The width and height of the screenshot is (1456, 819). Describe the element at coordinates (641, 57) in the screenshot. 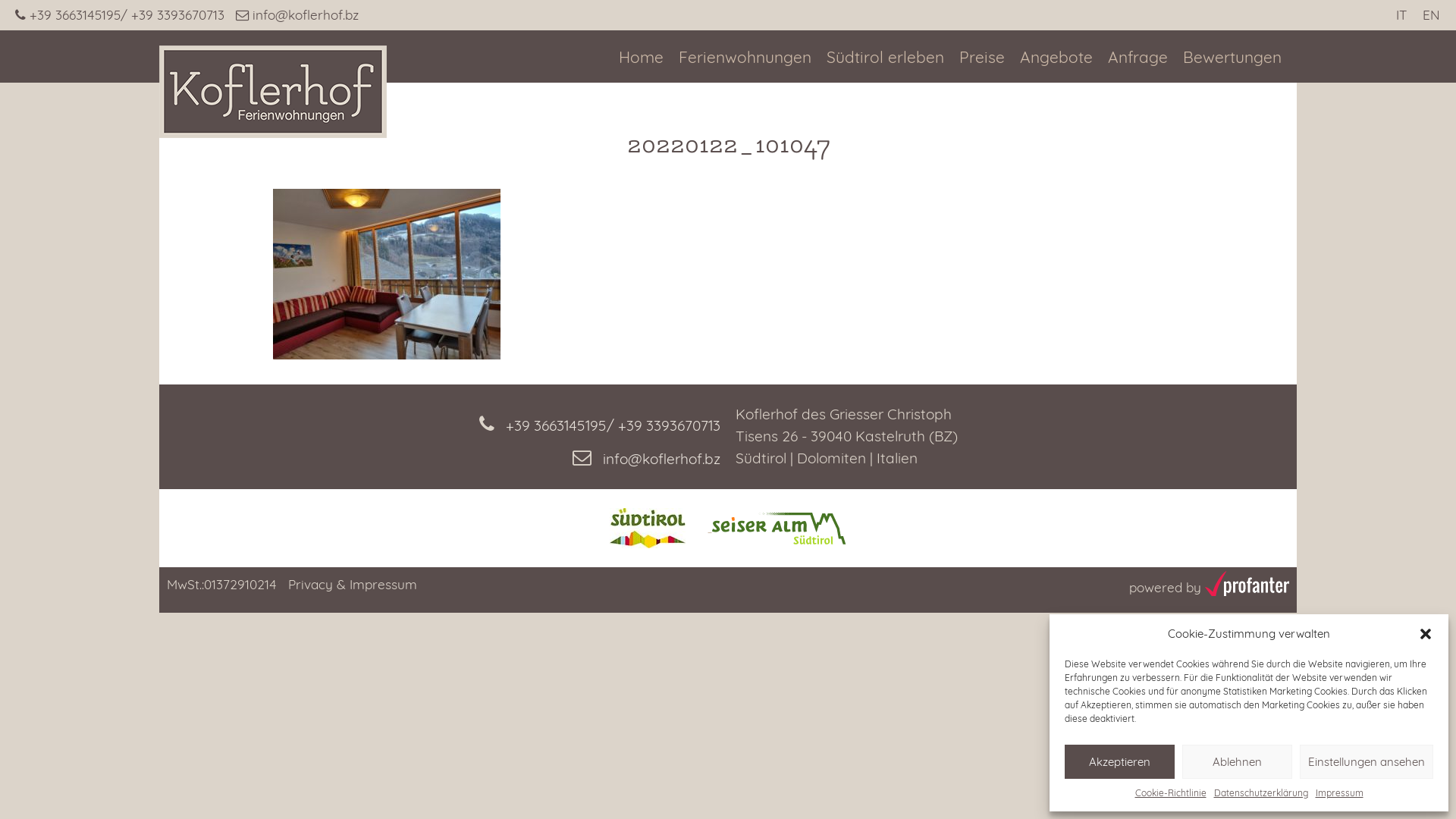

I see `'Home'` at that location.